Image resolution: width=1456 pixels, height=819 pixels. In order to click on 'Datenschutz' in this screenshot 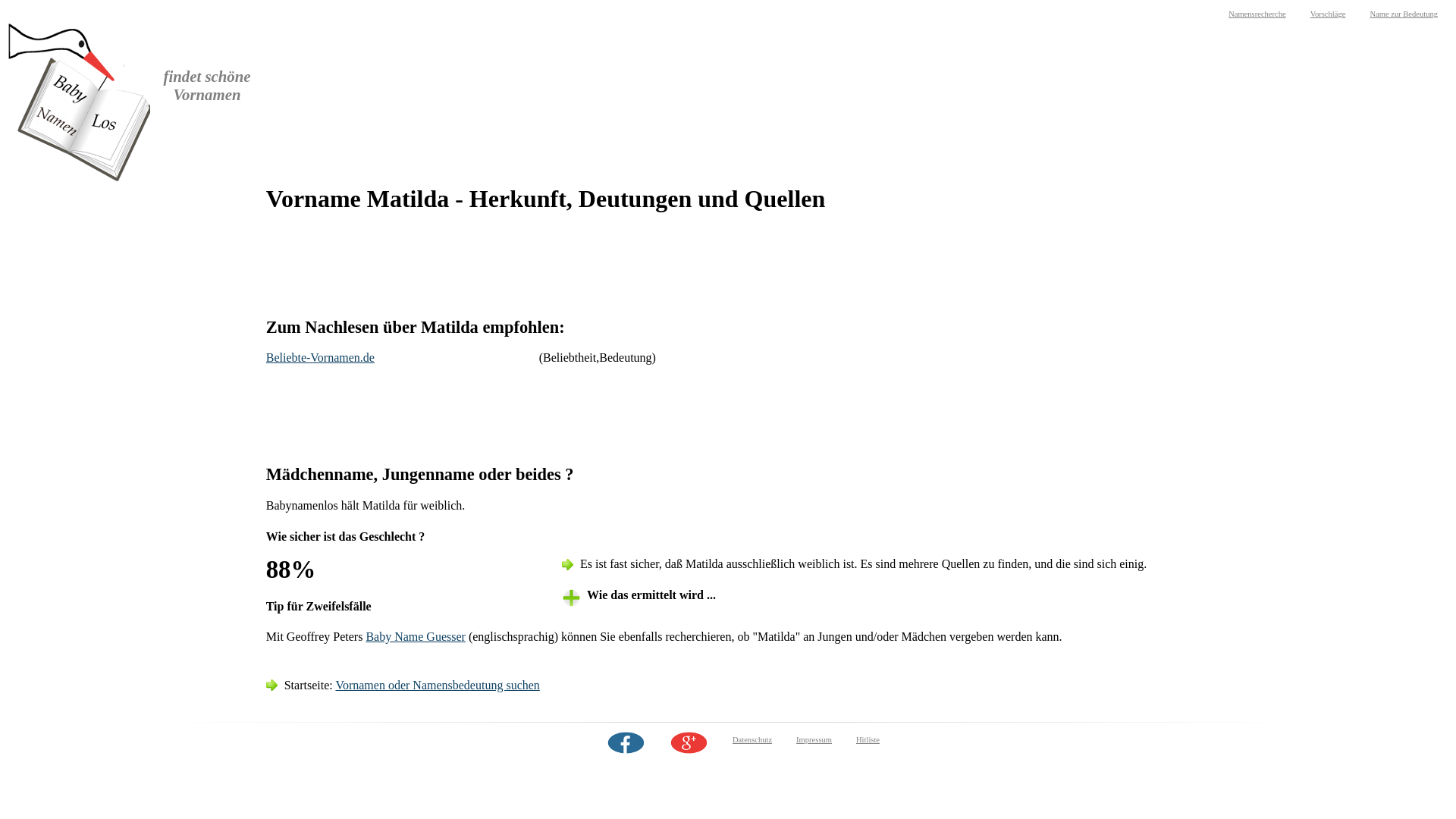, I will do `click(752, 739)`.